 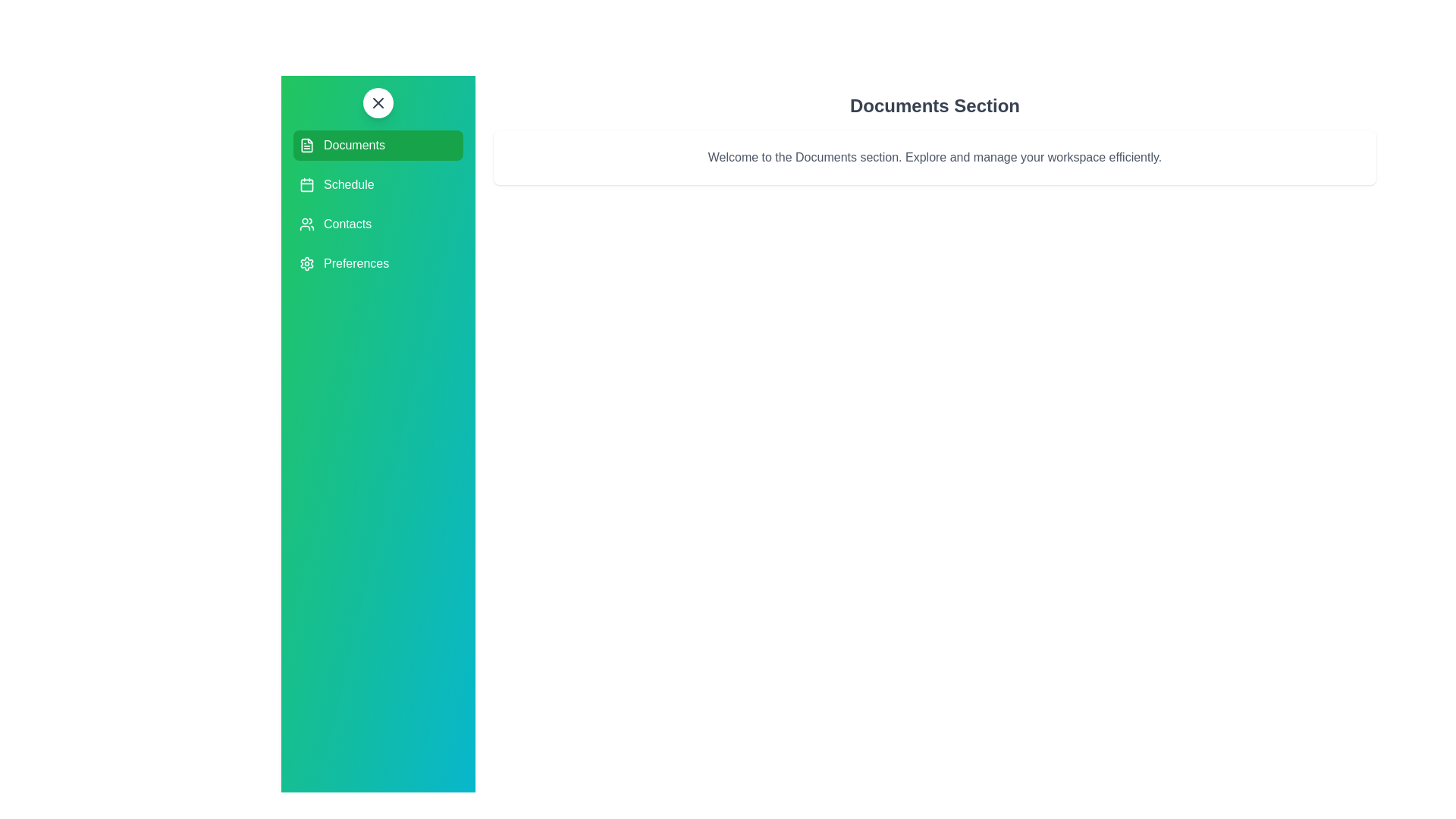 I want to click on the Contacts section to select it, so click(x=378, y=224).